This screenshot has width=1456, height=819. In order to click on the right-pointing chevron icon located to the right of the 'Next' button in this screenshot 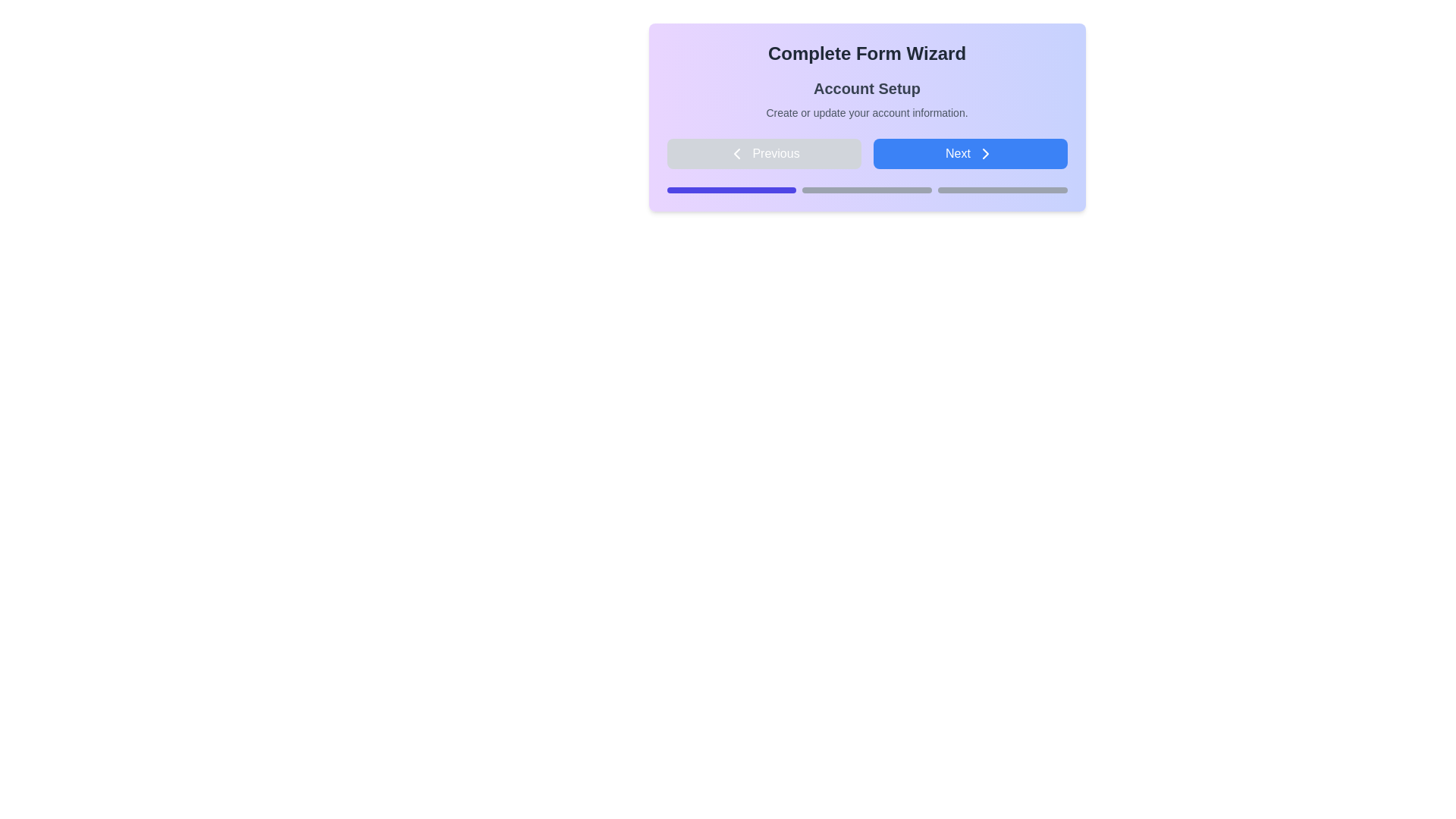, I will do `click(986, 154)`.